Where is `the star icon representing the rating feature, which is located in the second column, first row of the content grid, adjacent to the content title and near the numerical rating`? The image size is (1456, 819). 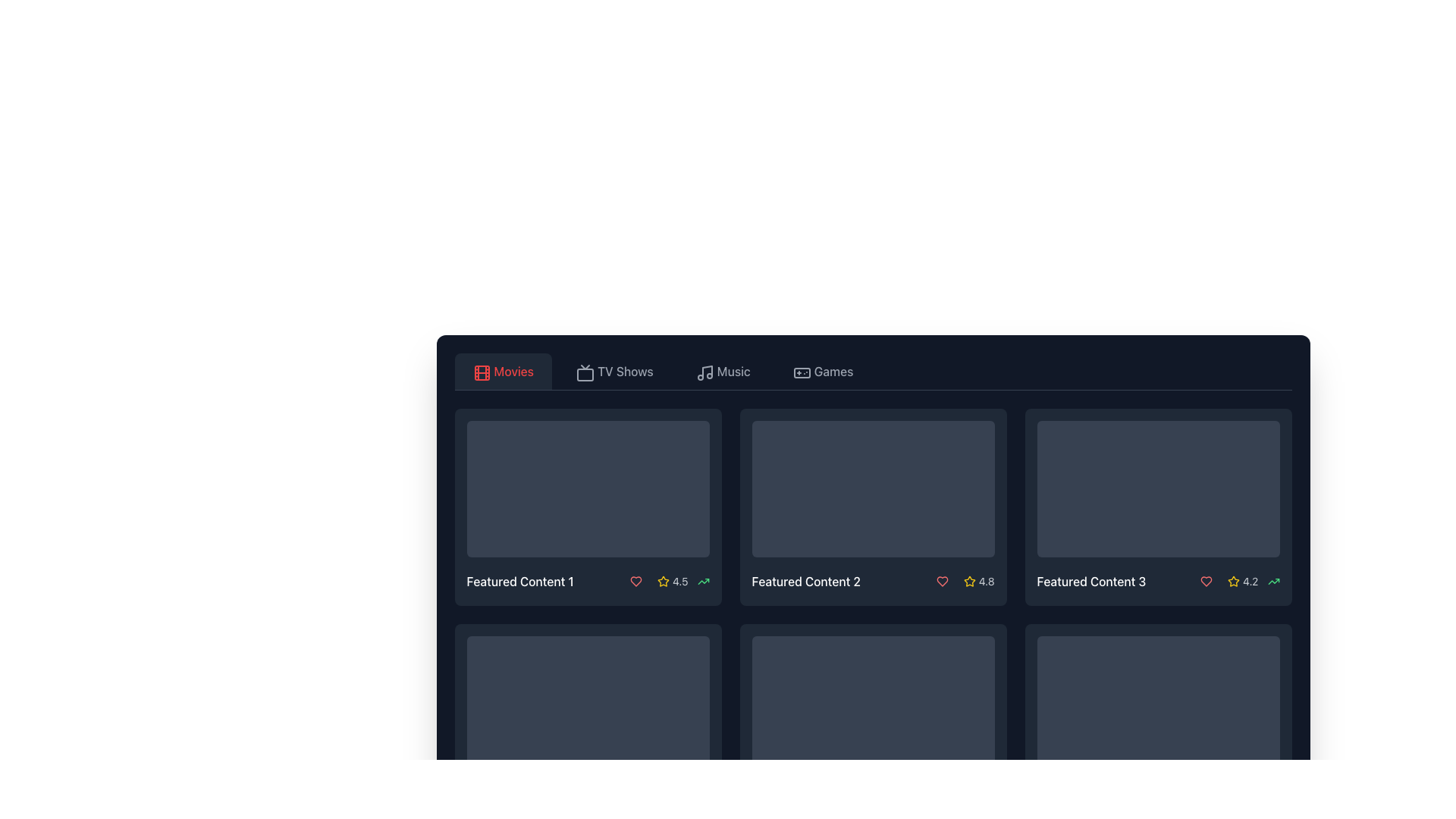 the star icon representing the rating feature, which is located in the second column, first row of the content grid, adjacent to the content title and near the numerical rating is located at coordinates (664, 580).